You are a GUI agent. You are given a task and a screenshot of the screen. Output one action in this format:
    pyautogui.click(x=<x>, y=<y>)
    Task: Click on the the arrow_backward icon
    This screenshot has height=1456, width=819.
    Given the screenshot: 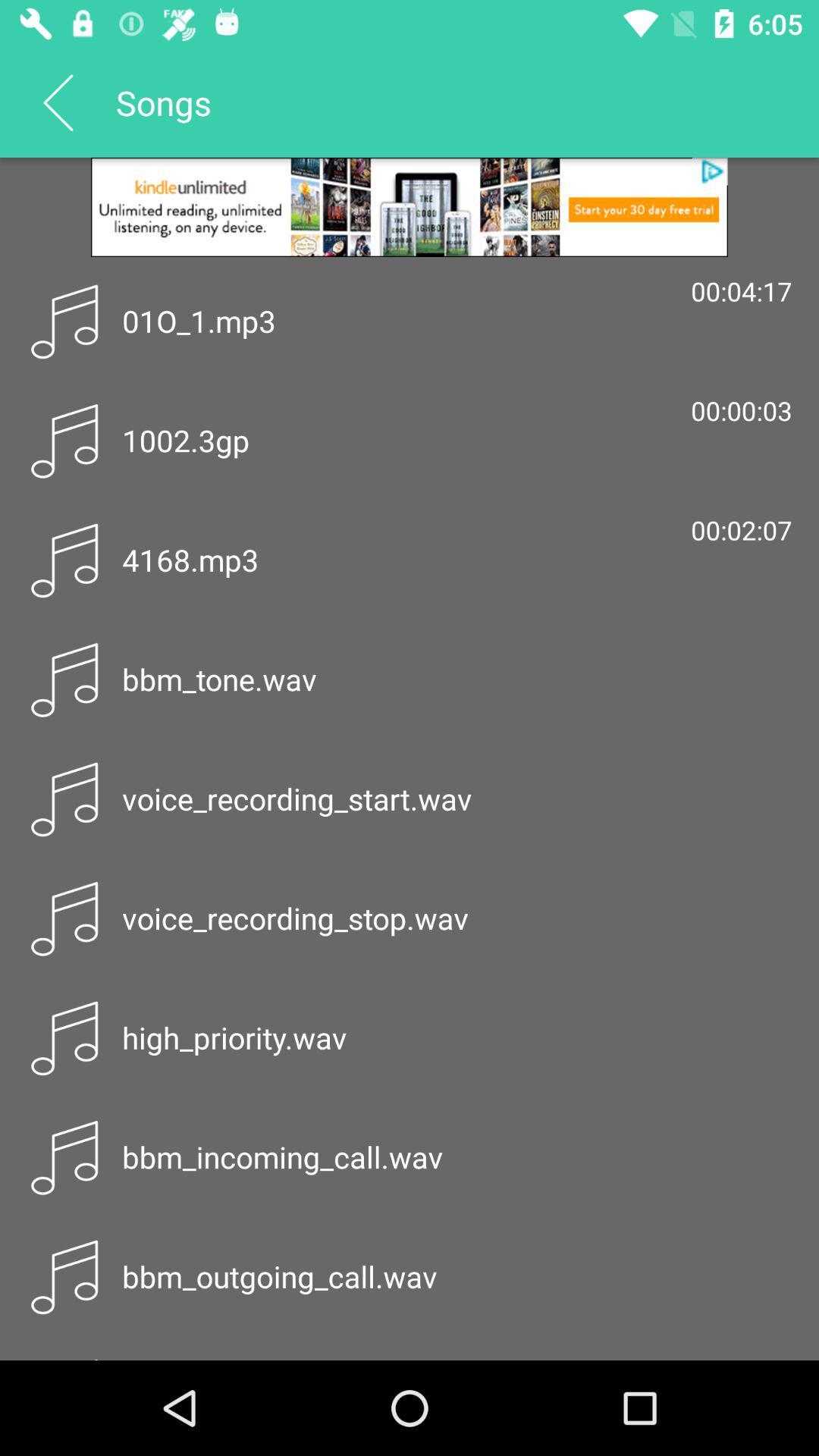 What is the action you would take?
    pyautogui.click(x=57, y=101)
    